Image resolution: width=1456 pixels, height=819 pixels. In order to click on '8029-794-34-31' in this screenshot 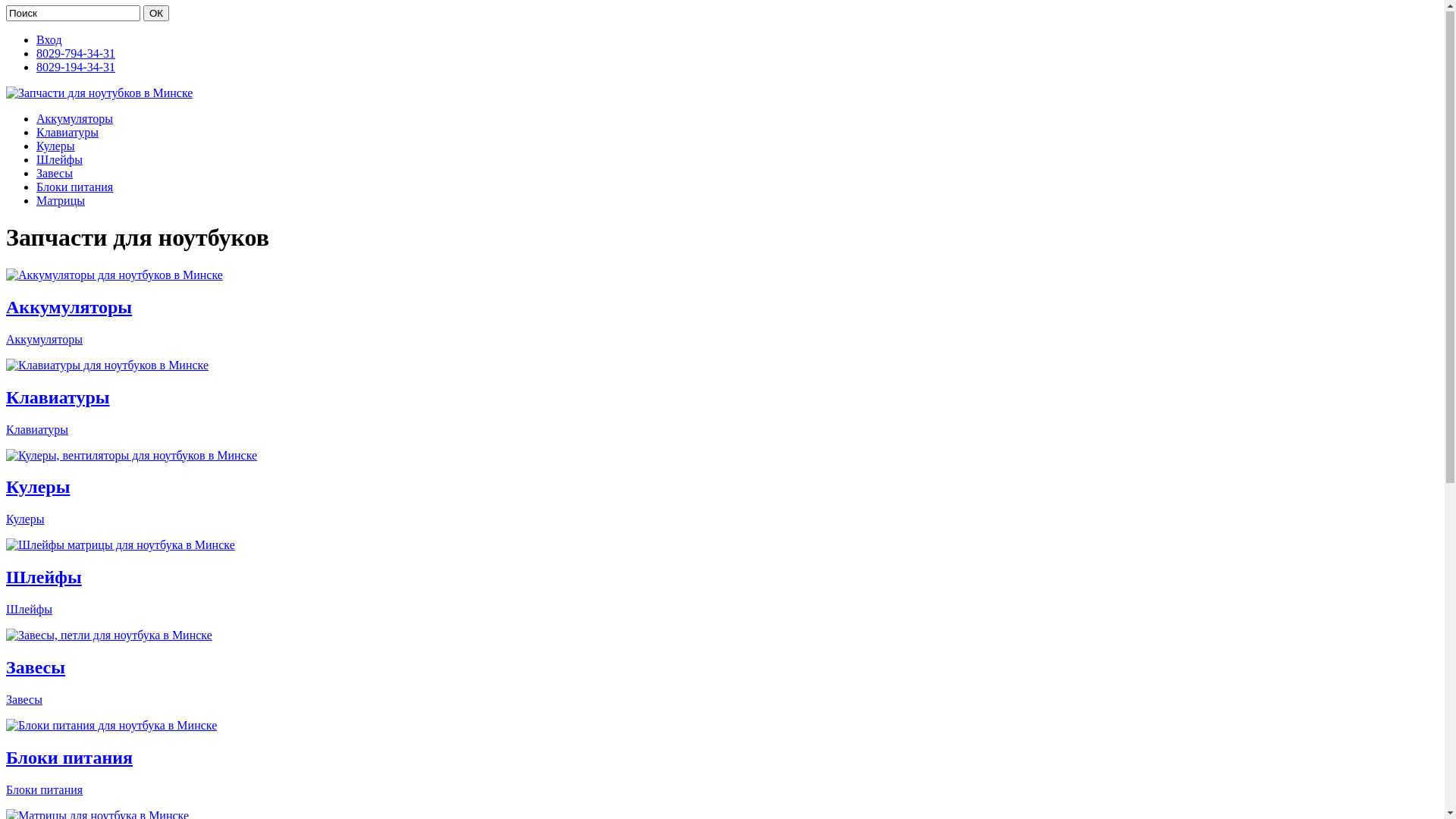, I will do `click(75, 53)`.